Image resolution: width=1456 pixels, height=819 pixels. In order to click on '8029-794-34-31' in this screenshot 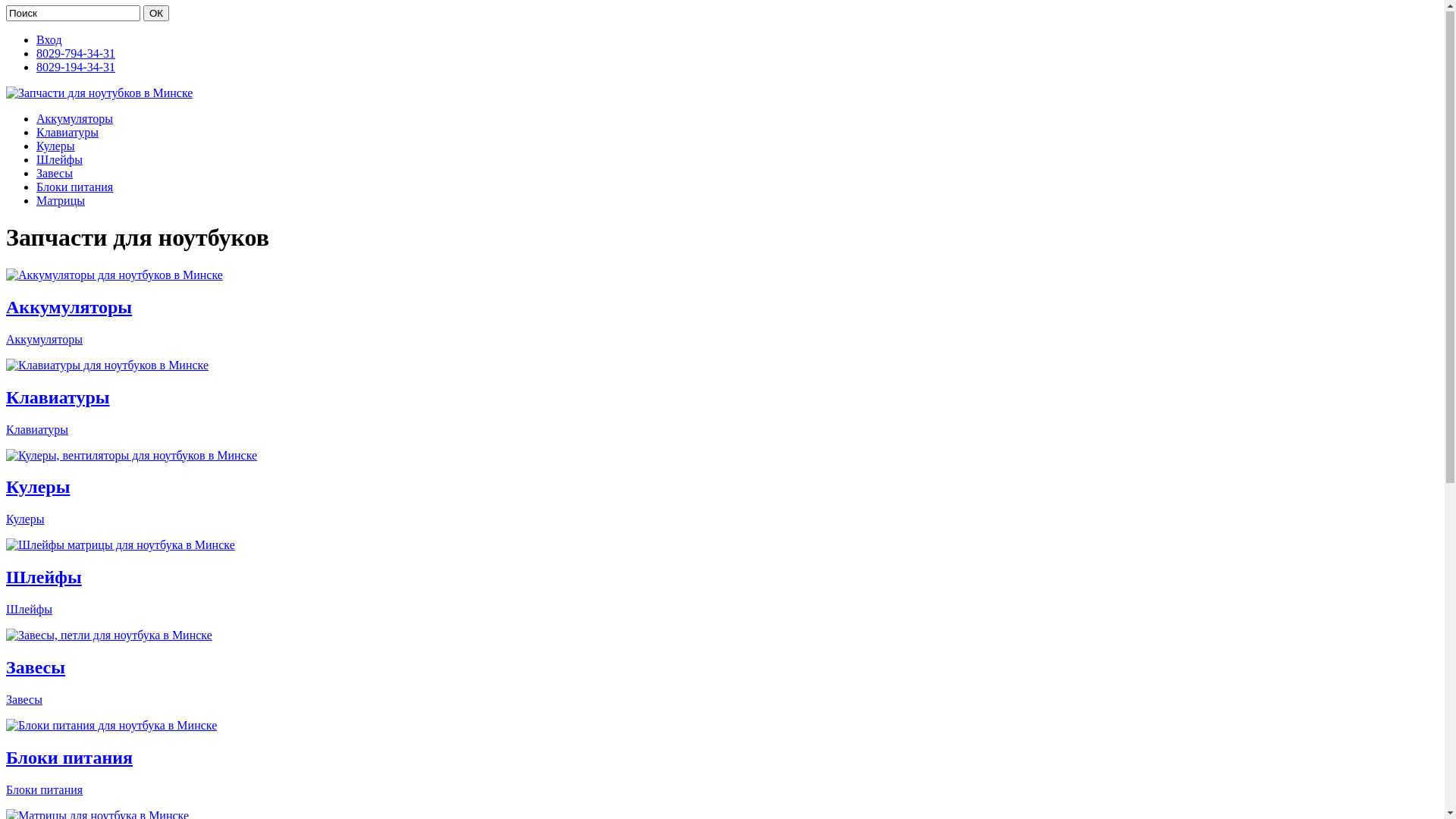, I will do `click(75, 53)`.